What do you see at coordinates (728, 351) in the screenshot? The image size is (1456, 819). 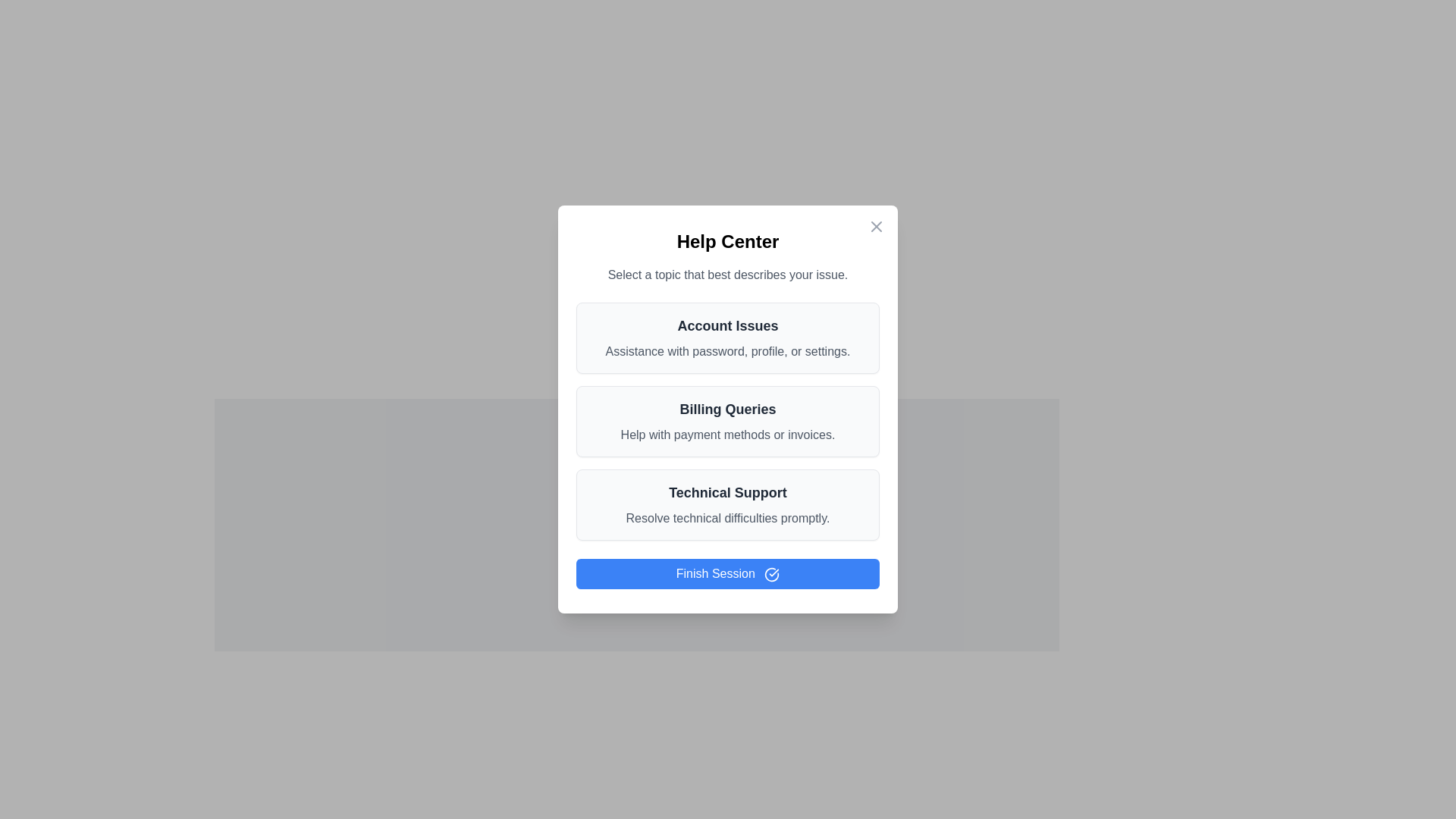 I see `the text label providing additional descriptive text for the 'Account Issues' topic, located beneath the bold text 'Account Issues' in the dialog box` at bounding box center [728, 351].